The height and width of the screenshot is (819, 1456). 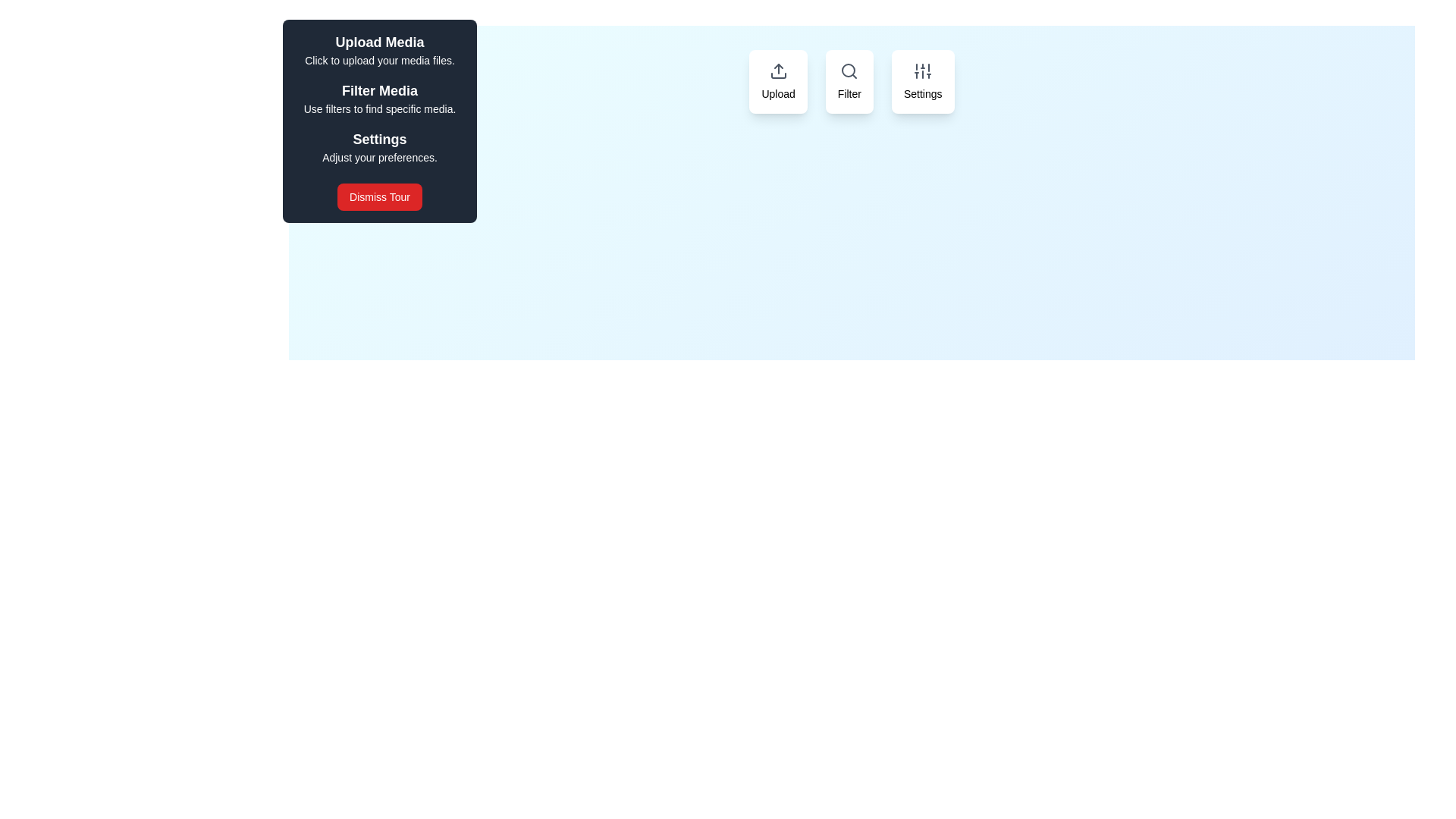 What do you see at coordinates (852, 82) in the screenshot?
I see `the second button in a horizontal row of three buttons, which activates a filtering functionality` at bounding box center [852, 82].